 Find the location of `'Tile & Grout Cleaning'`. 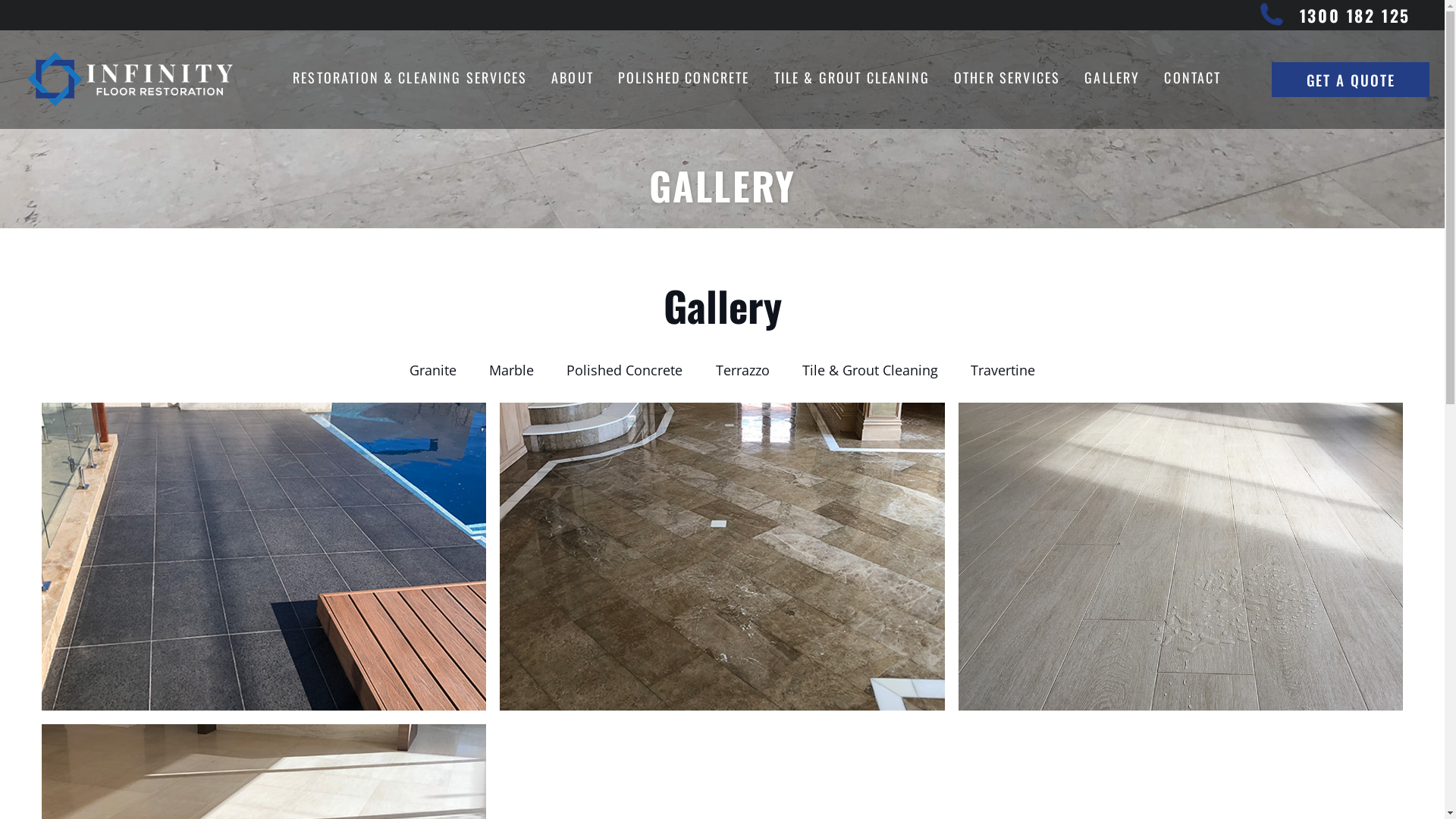

'Tile & Grout Cleaning' is located at coordinates (870, 370).